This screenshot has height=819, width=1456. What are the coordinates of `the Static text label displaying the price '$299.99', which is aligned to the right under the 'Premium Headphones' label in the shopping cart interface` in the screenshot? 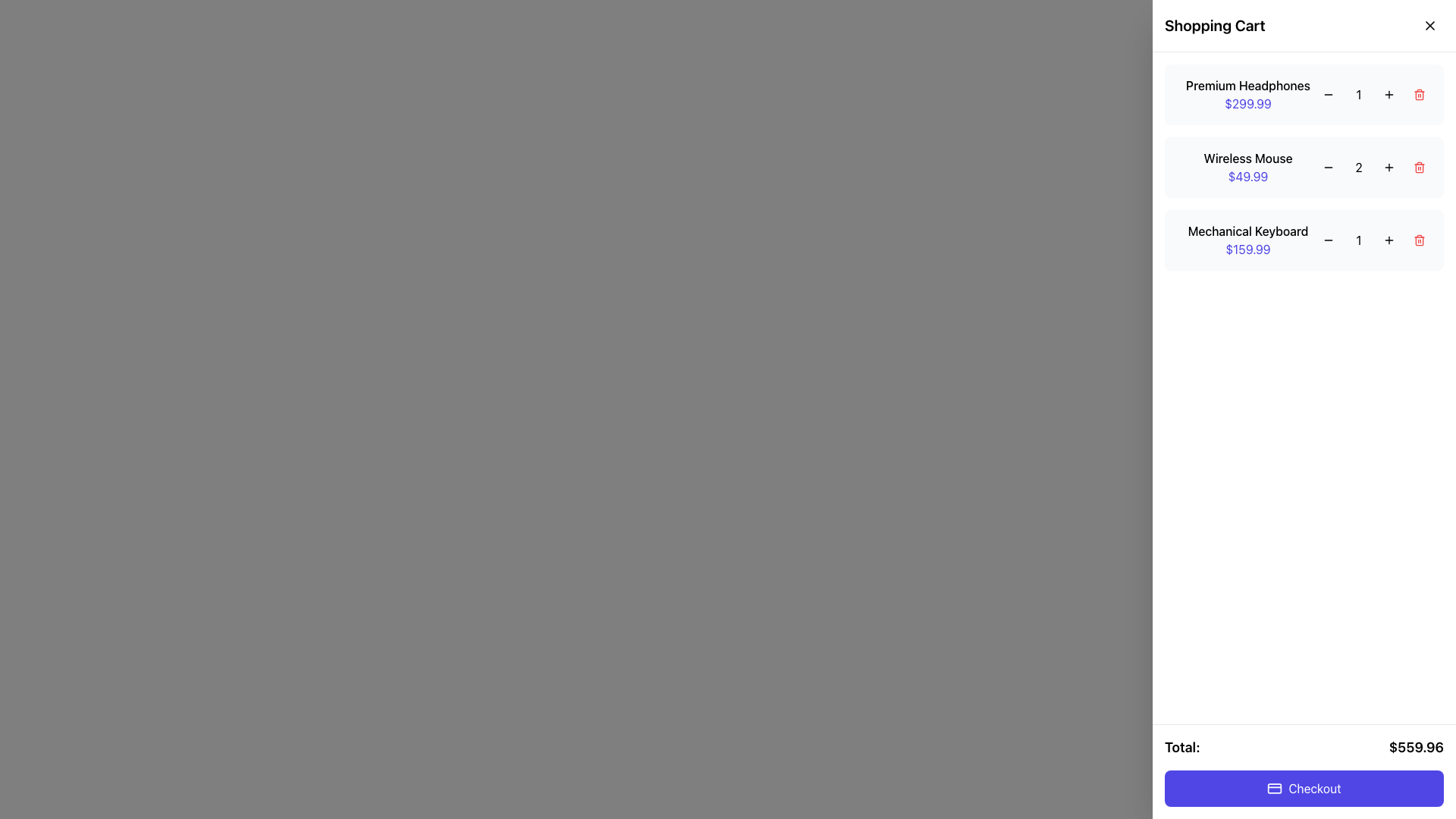 It's located at (1248, 103).